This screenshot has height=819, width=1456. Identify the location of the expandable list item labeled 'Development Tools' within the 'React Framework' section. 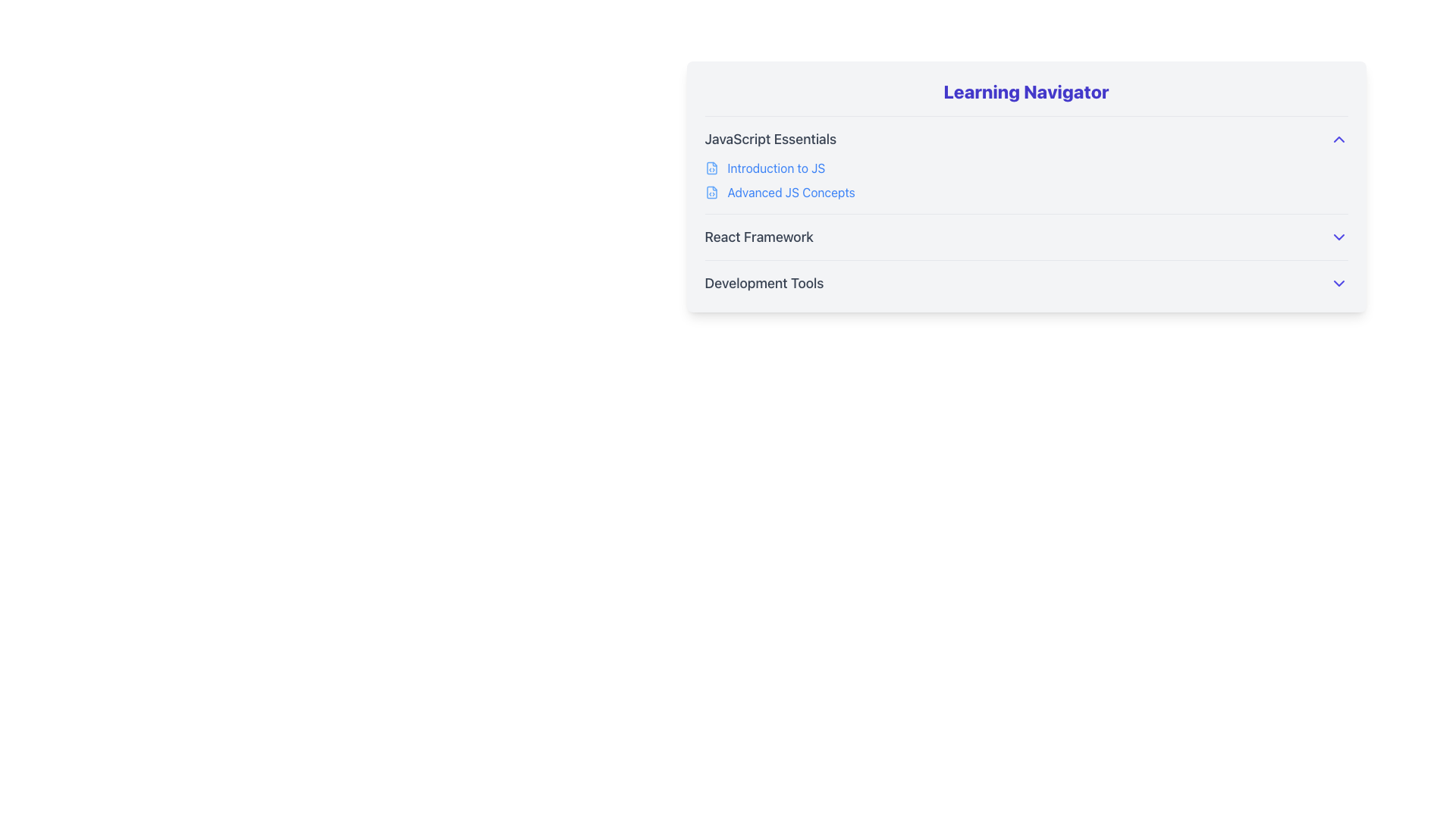
(1026, 284).